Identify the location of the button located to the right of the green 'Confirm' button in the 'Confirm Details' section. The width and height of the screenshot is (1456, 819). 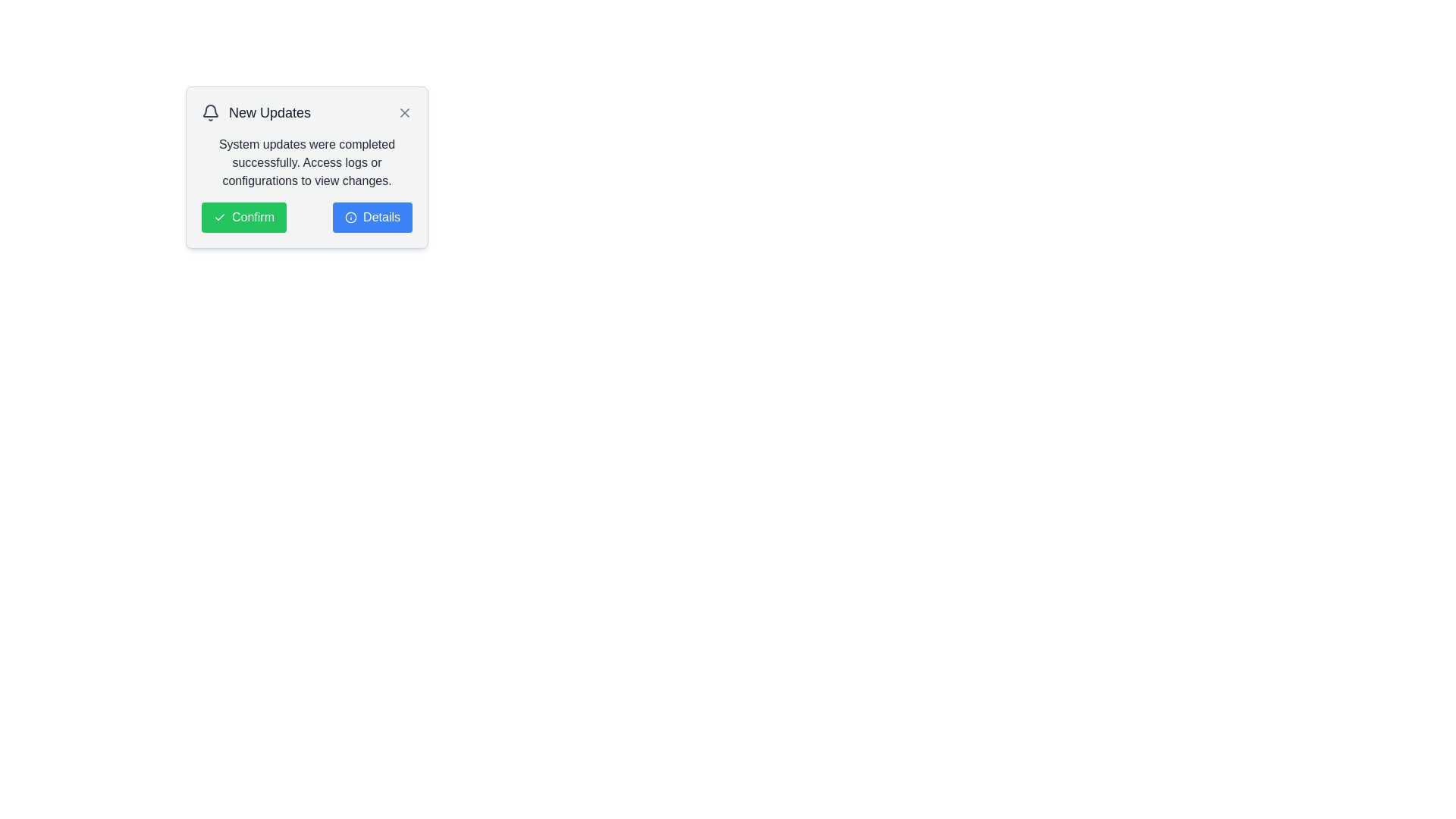
(372, 217).